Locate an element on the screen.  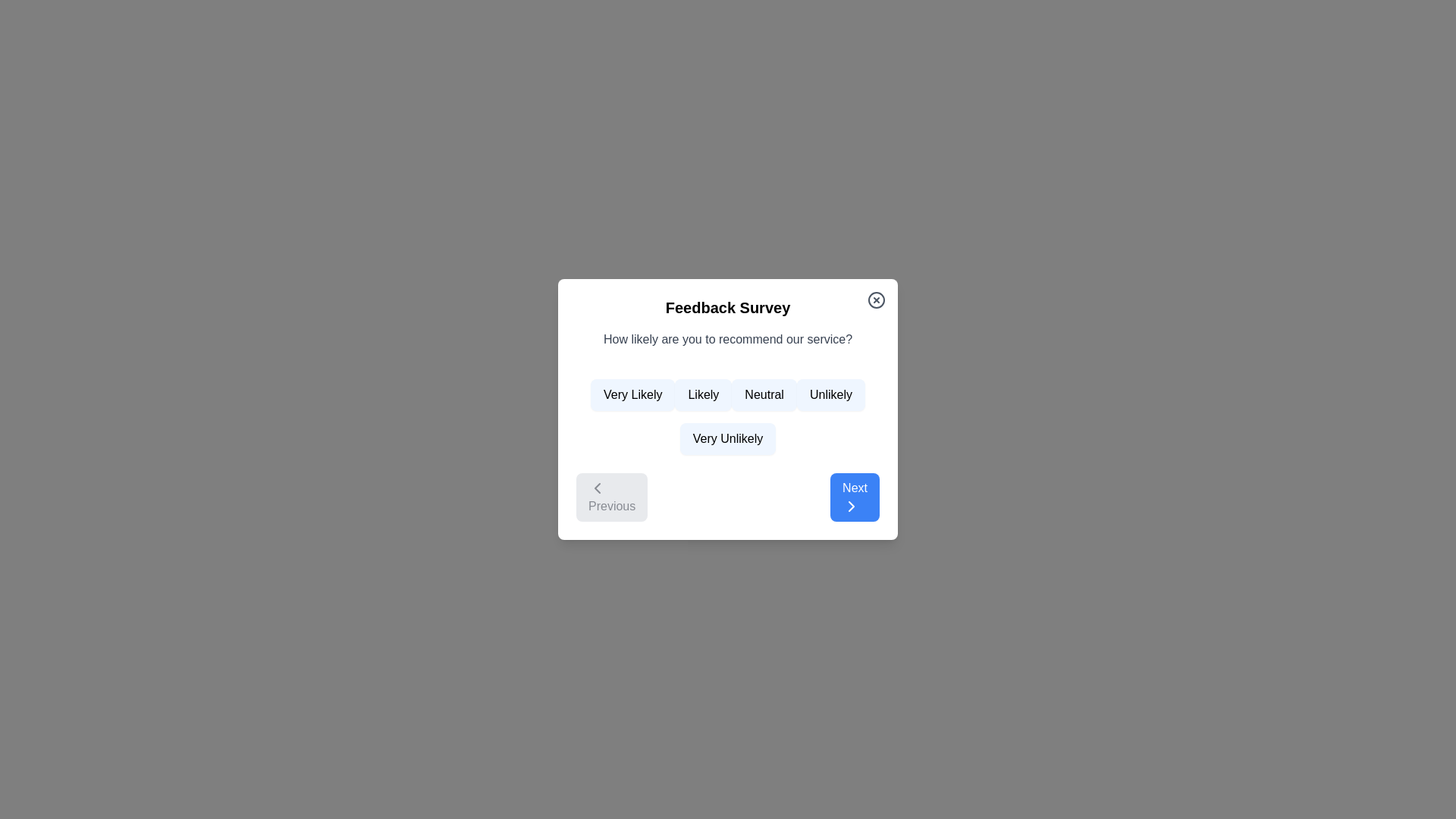
the left-facing chevron icon within the 'Previous' button is located at coordinates (596, 488).